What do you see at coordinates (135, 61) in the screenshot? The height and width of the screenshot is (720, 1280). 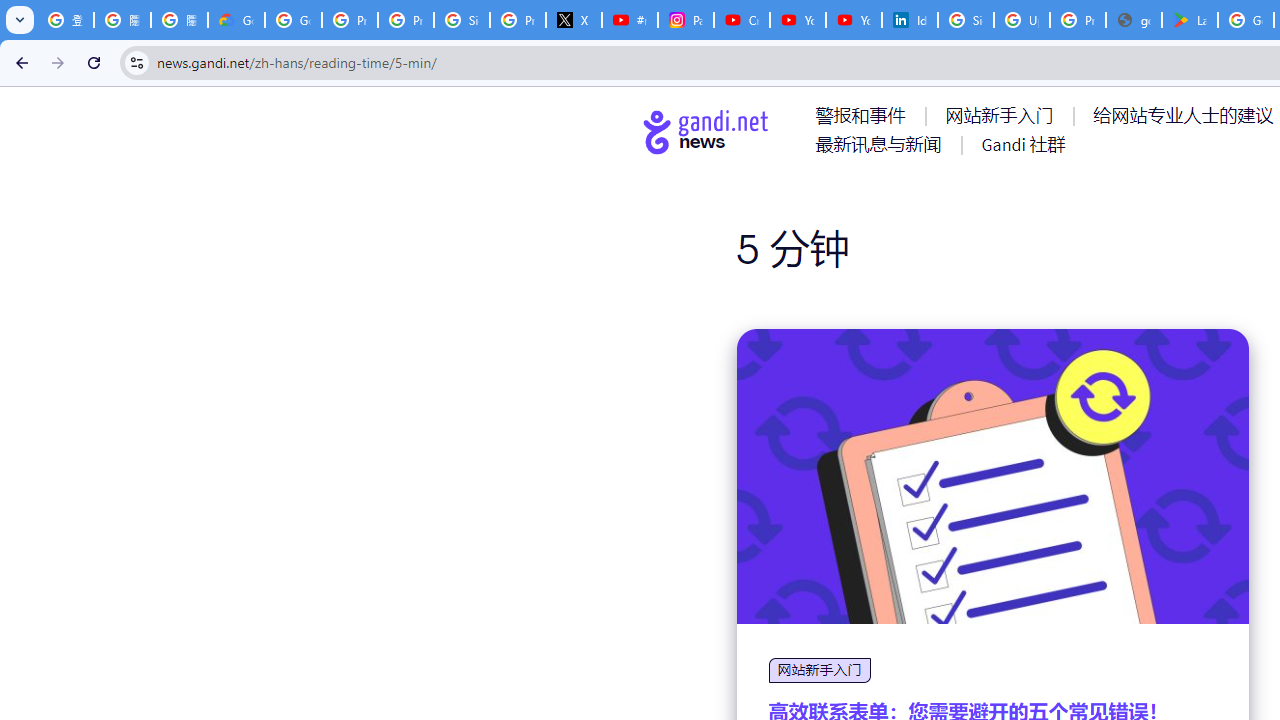 I see `'View site information'` at bounding box center [135, 61].